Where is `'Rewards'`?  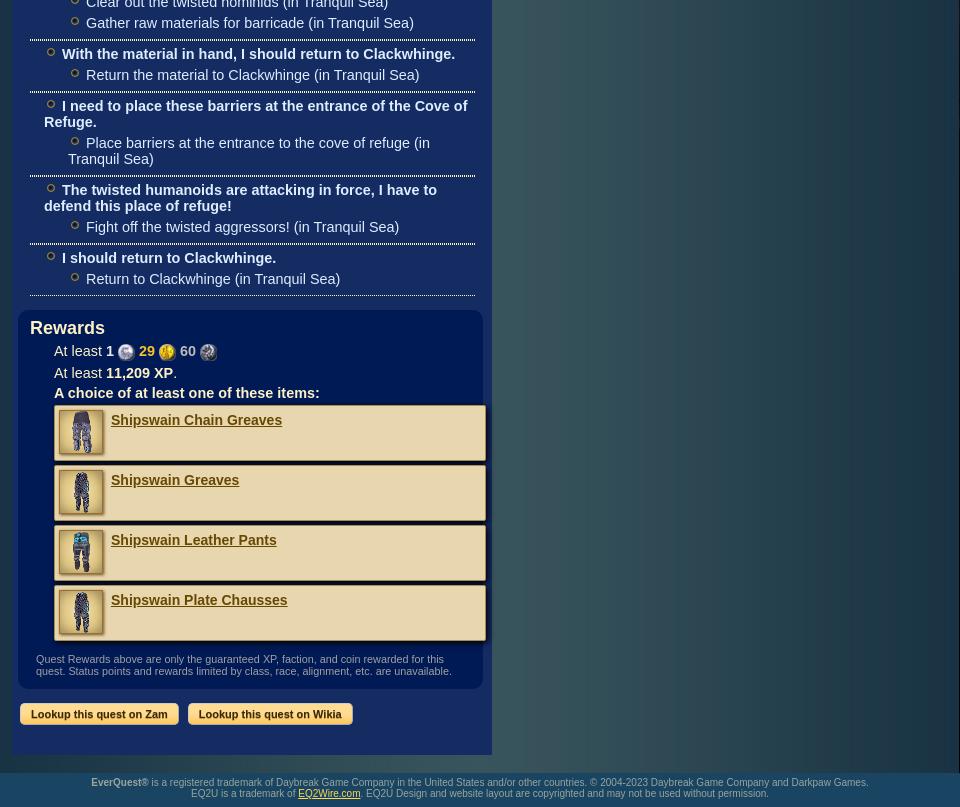
'Rewards' is located at coordinates (67, 327).